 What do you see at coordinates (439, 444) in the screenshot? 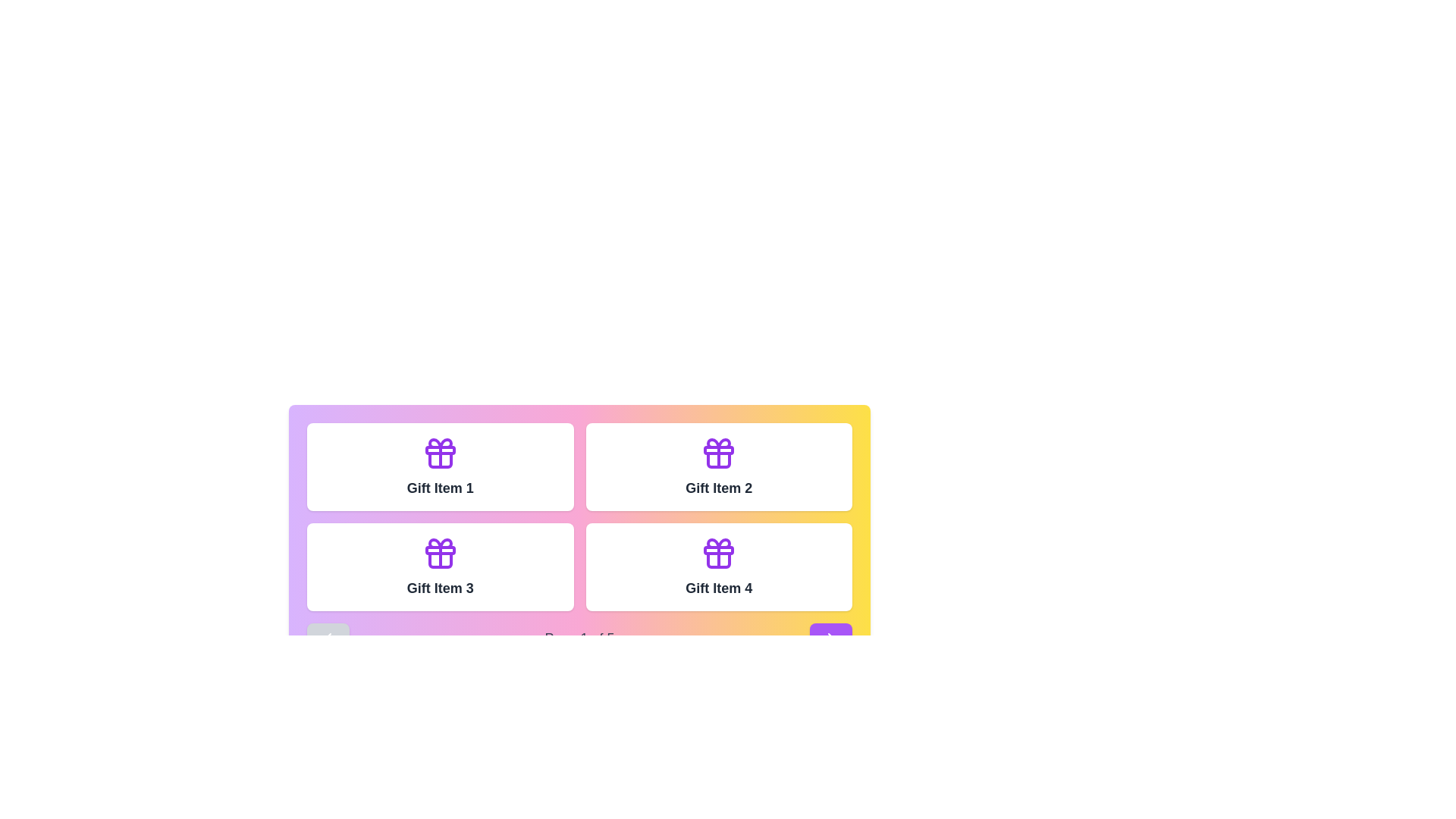
I see `the decorative vector graphic of the gift box ribbon bow located at the top-center of the gift icon labeled 'Gift Item 1'` at bounding box center [439, 444].